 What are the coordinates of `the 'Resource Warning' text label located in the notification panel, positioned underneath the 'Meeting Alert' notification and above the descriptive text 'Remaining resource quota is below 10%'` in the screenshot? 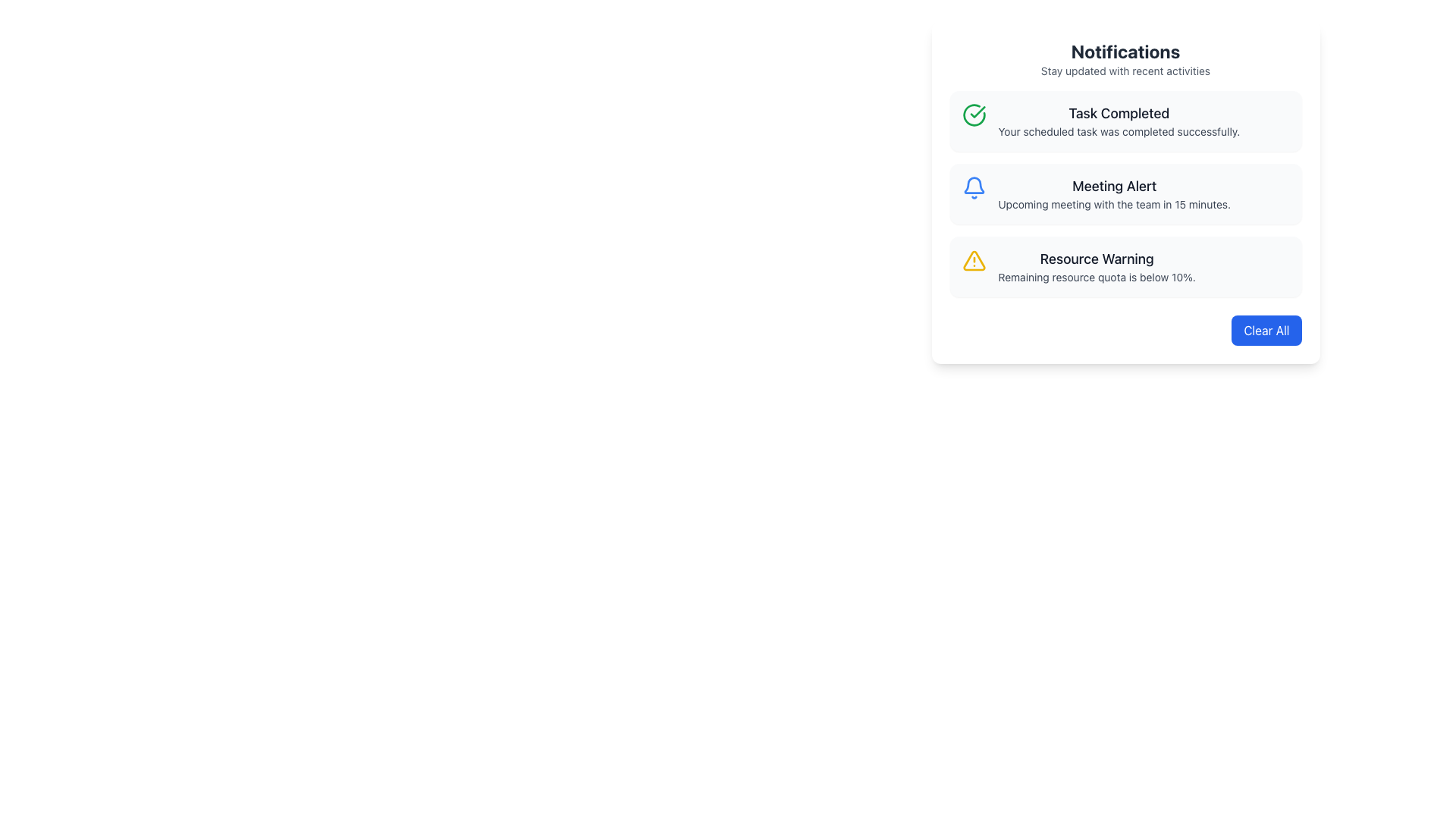 It's located at (1097, 259).